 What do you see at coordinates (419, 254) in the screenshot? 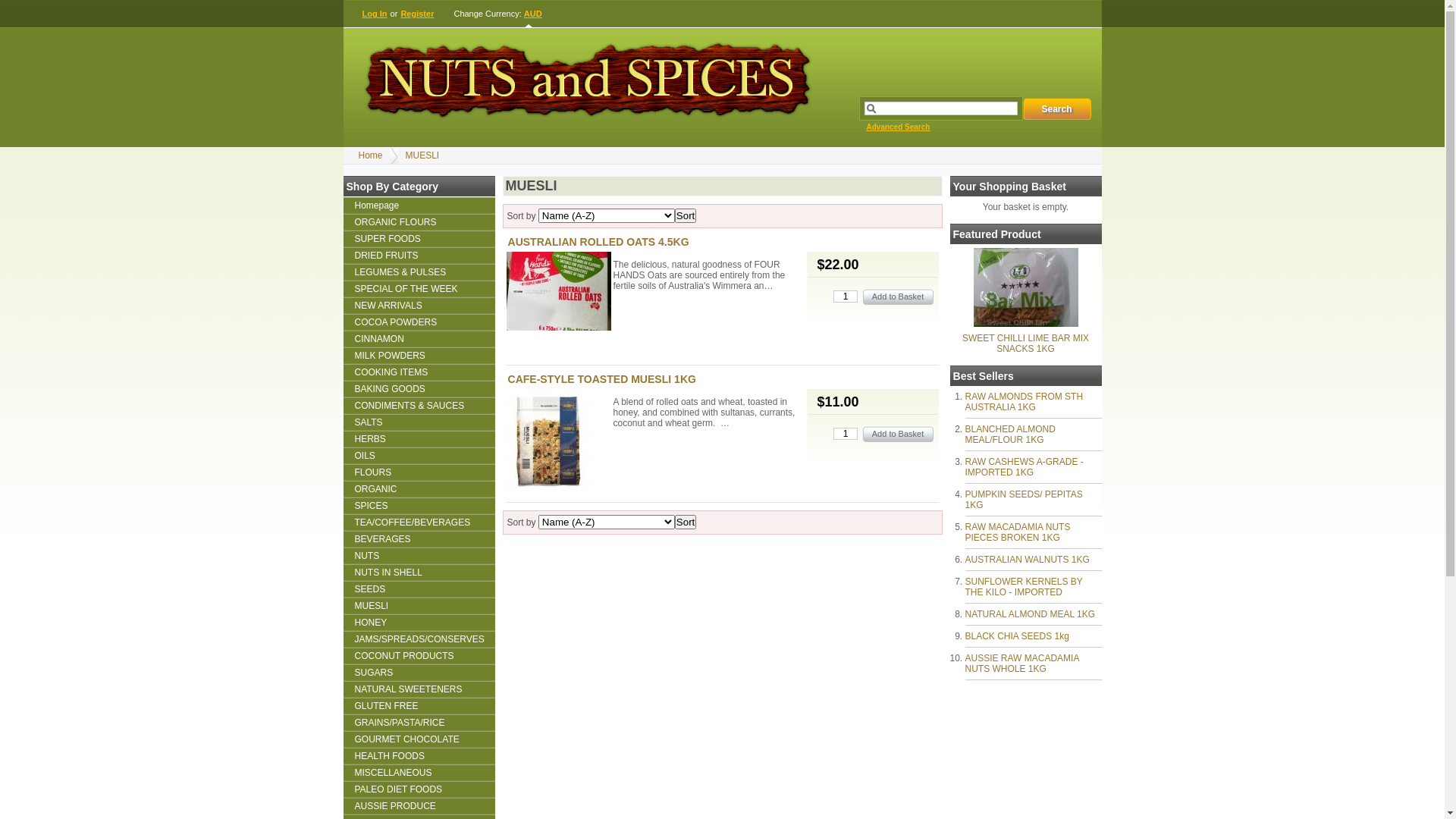
I see `'DRIED FRUITS'` at bounding box center [419, 254].